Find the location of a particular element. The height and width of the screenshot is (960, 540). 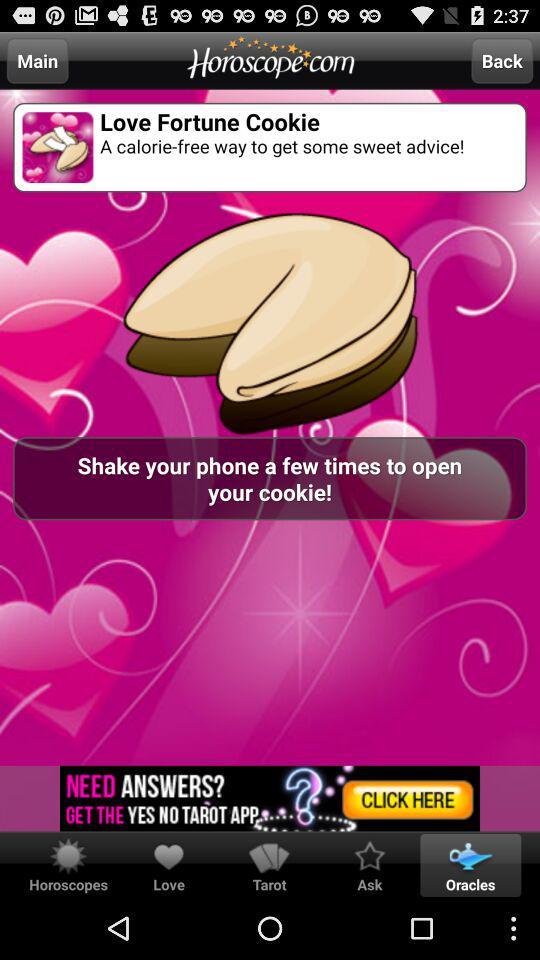

advertisement is located at coordinates (270, 798).